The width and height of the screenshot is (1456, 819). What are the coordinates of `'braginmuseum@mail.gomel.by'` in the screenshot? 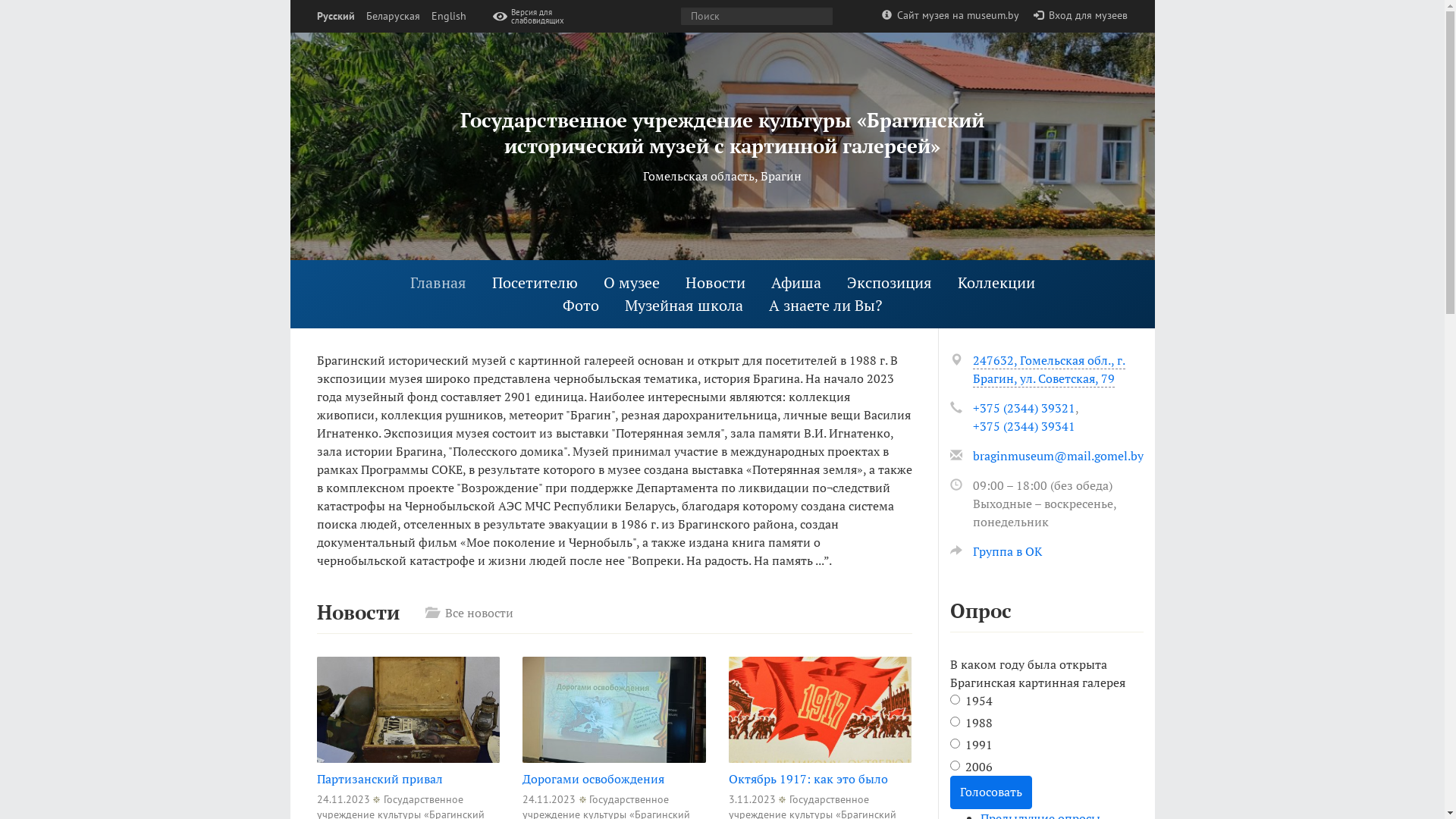 It's located at (1056, 455).